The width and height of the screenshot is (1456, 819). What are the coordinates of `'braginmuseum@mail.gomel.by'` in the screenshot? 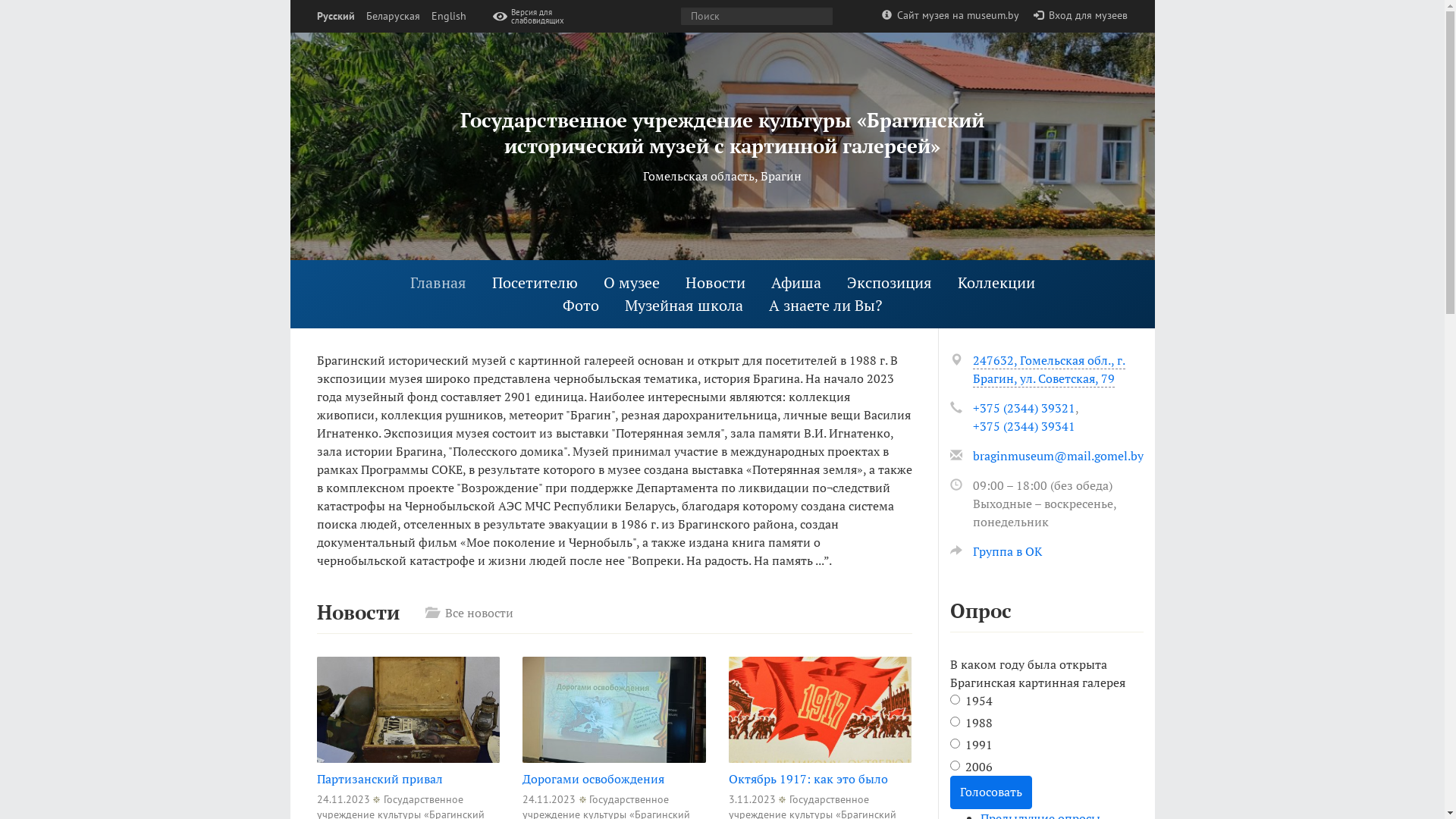 It's located at (1056, 455).